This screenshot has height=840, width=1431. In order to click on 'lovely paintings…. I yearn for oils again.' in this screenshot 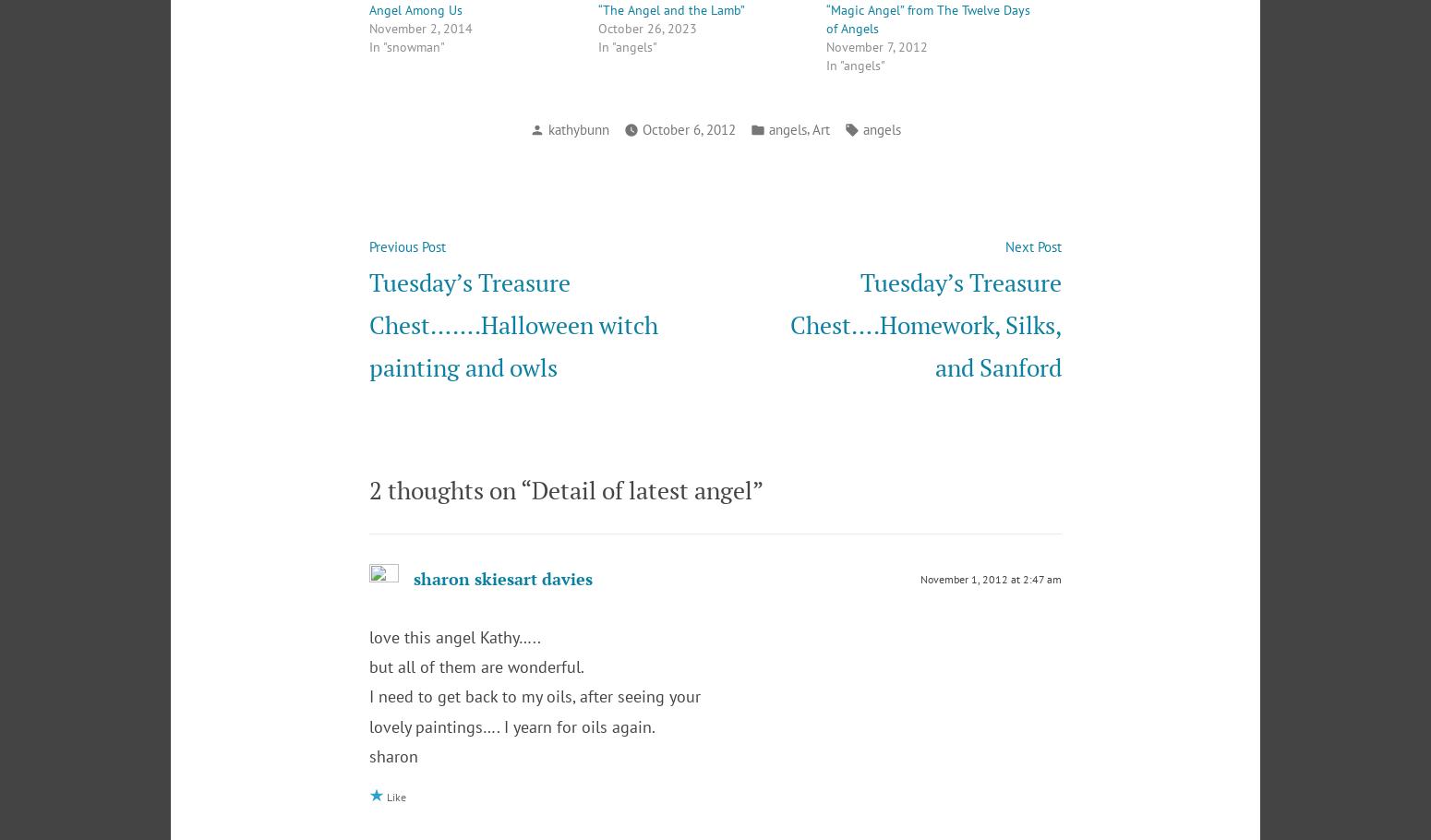, I will do `click(512, 725)`.